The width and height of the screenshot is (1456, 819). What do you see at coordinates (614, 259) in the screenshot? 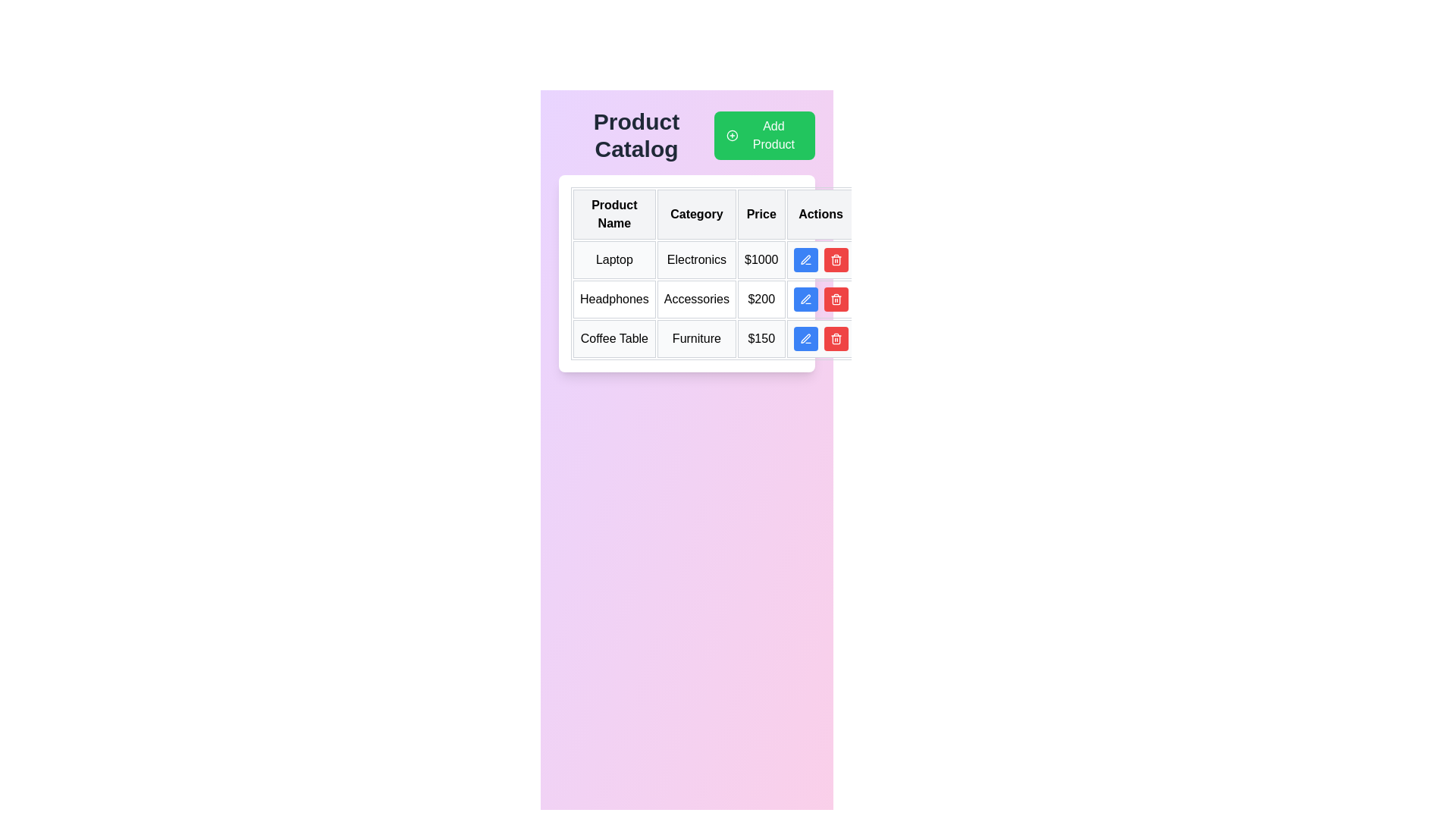
I see `the Text label displaying the product name 'Laptop' in the first cell of the table under the header 'Product Name'` at bounding box center [614, 259].